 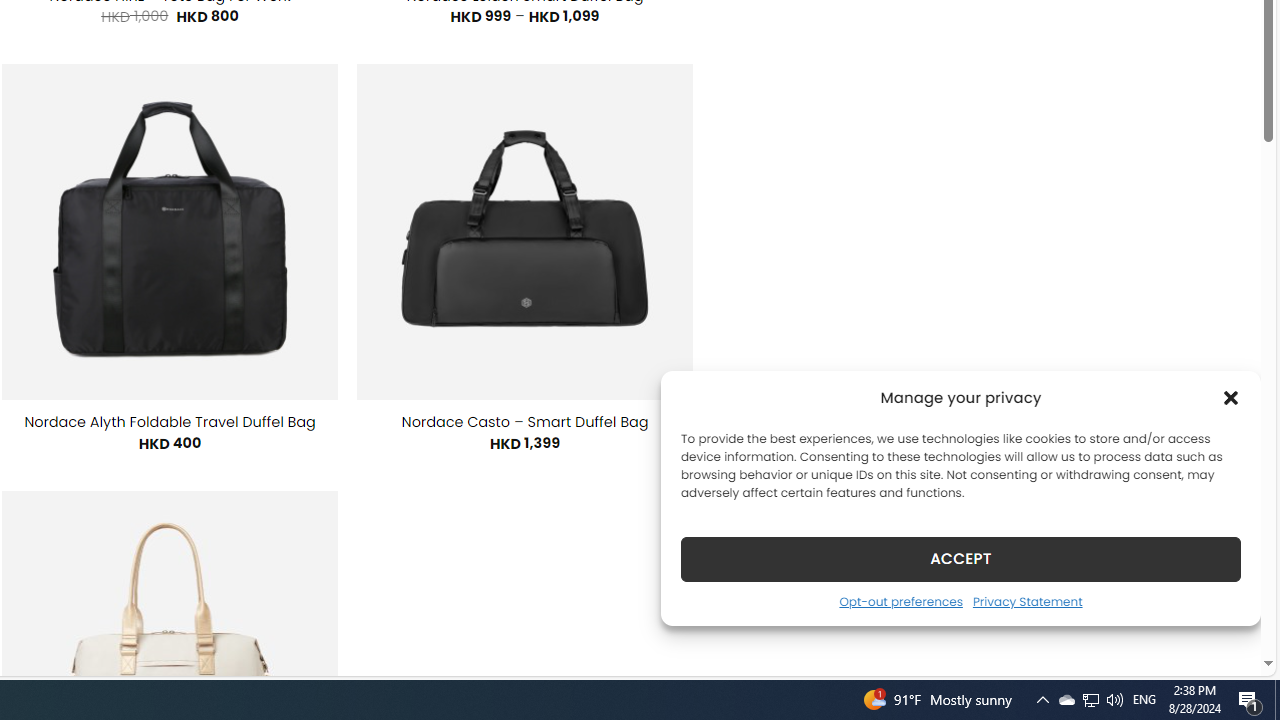 I want to click on 'Privacy Statement', so click(x=1027, y=600).